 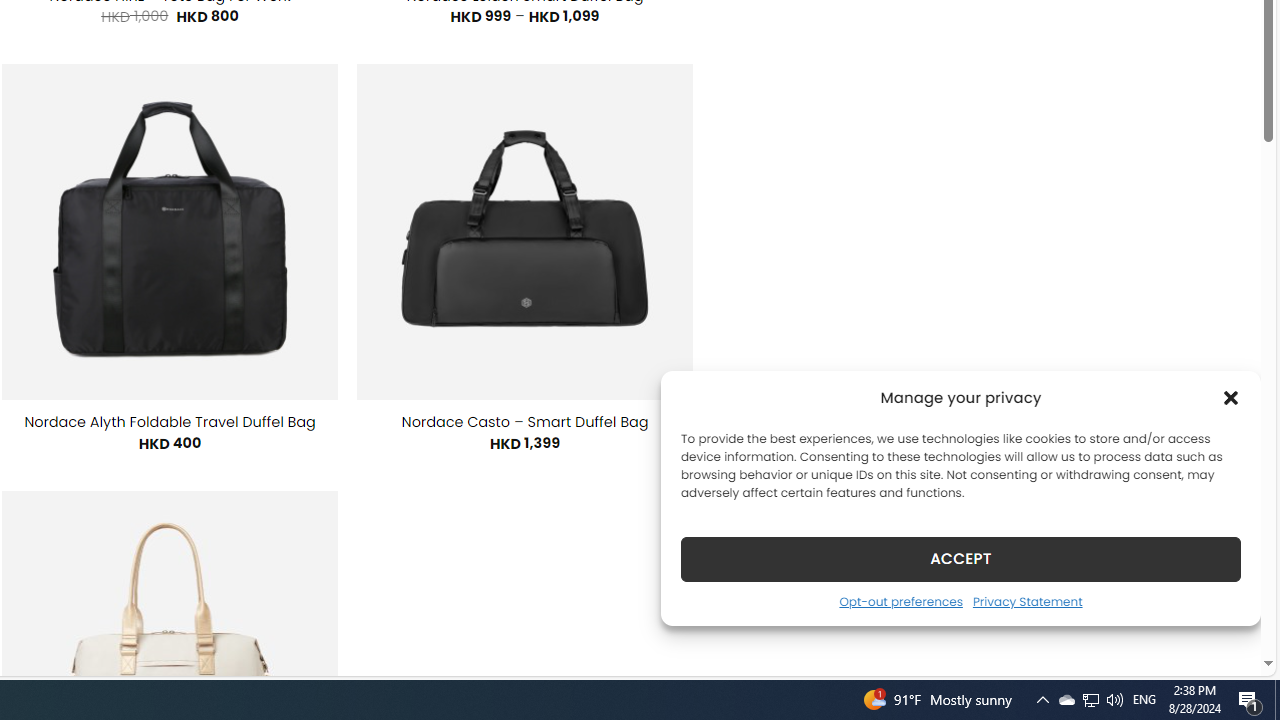 I want to click on 'Privacy Statement', so click(x=1027, y=600).